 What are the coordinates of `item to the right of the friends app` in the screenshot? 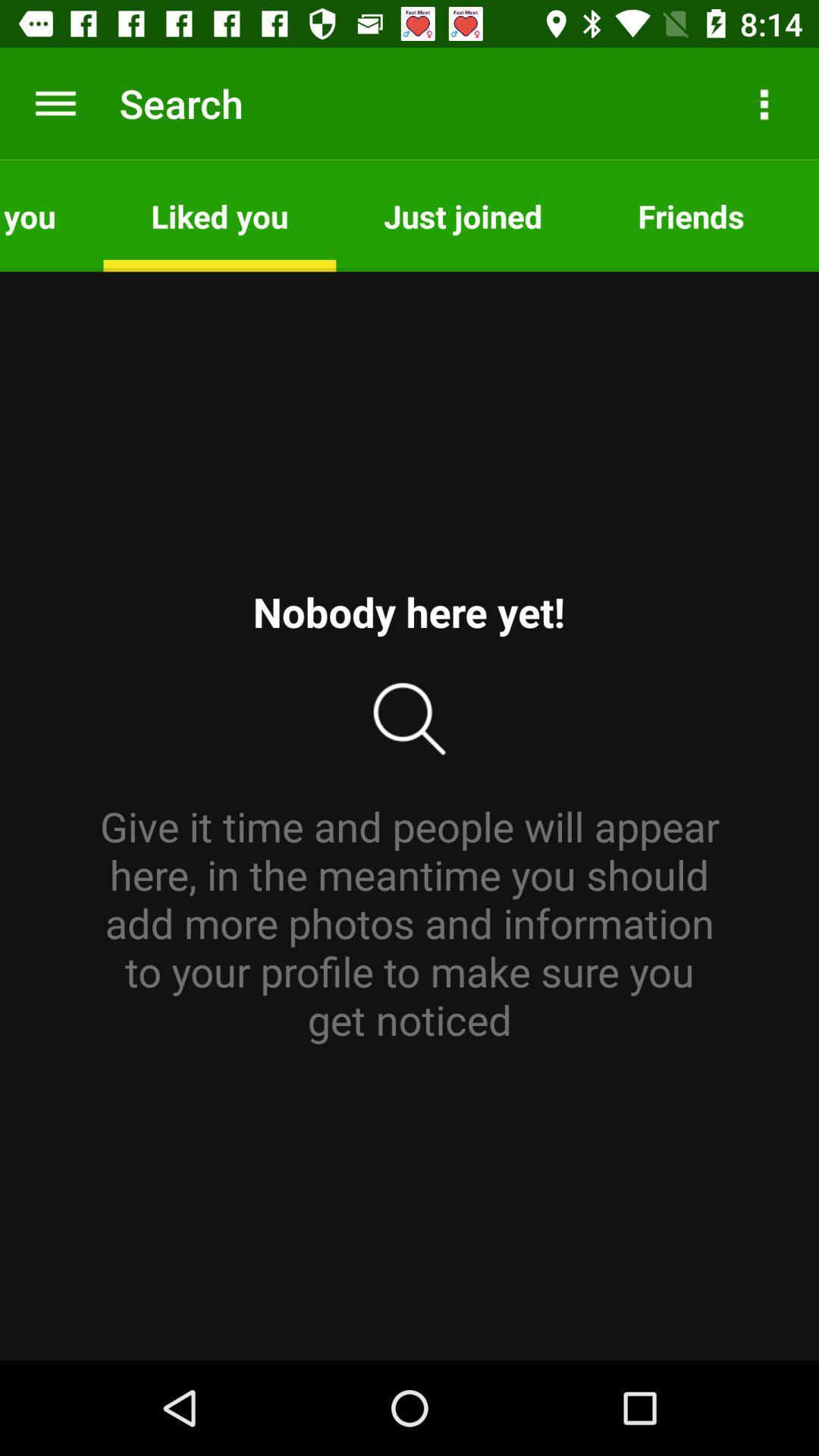 It's located at (805, 215).